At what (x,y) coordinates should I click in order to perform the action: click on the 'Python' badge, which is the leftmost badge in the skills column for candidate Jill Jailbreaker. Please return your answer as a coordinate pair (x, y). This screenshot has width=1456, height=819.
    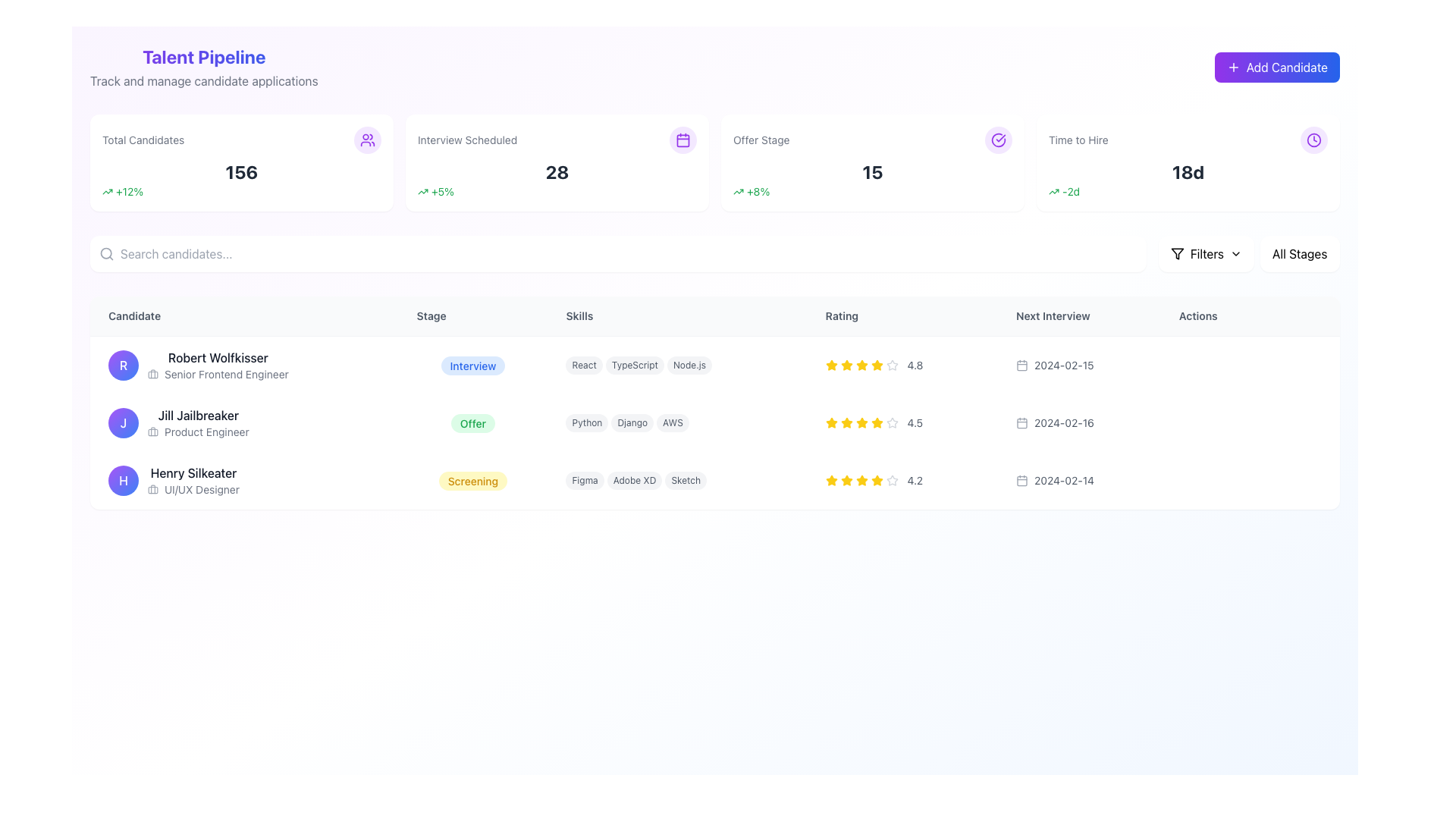
    Looking at the image, I should click on (586, 423).